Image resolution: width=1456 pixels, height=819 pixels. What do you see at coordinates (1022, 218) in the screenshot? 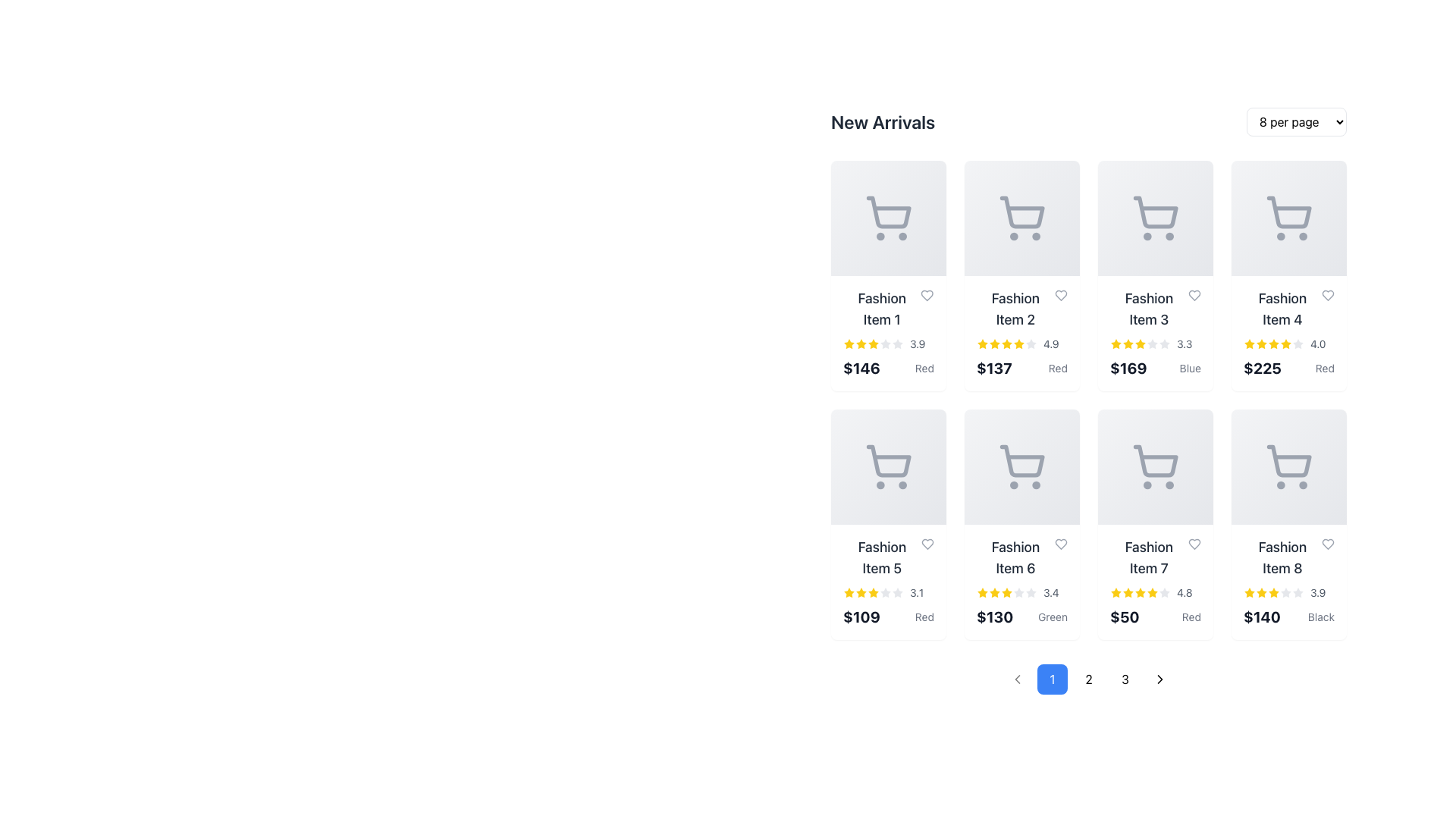
I see `the 'Add to Cart' icon located centrally within the 'Fashion Item 2' card in the first row of the grid layout` at bounding box center [1022, 218].